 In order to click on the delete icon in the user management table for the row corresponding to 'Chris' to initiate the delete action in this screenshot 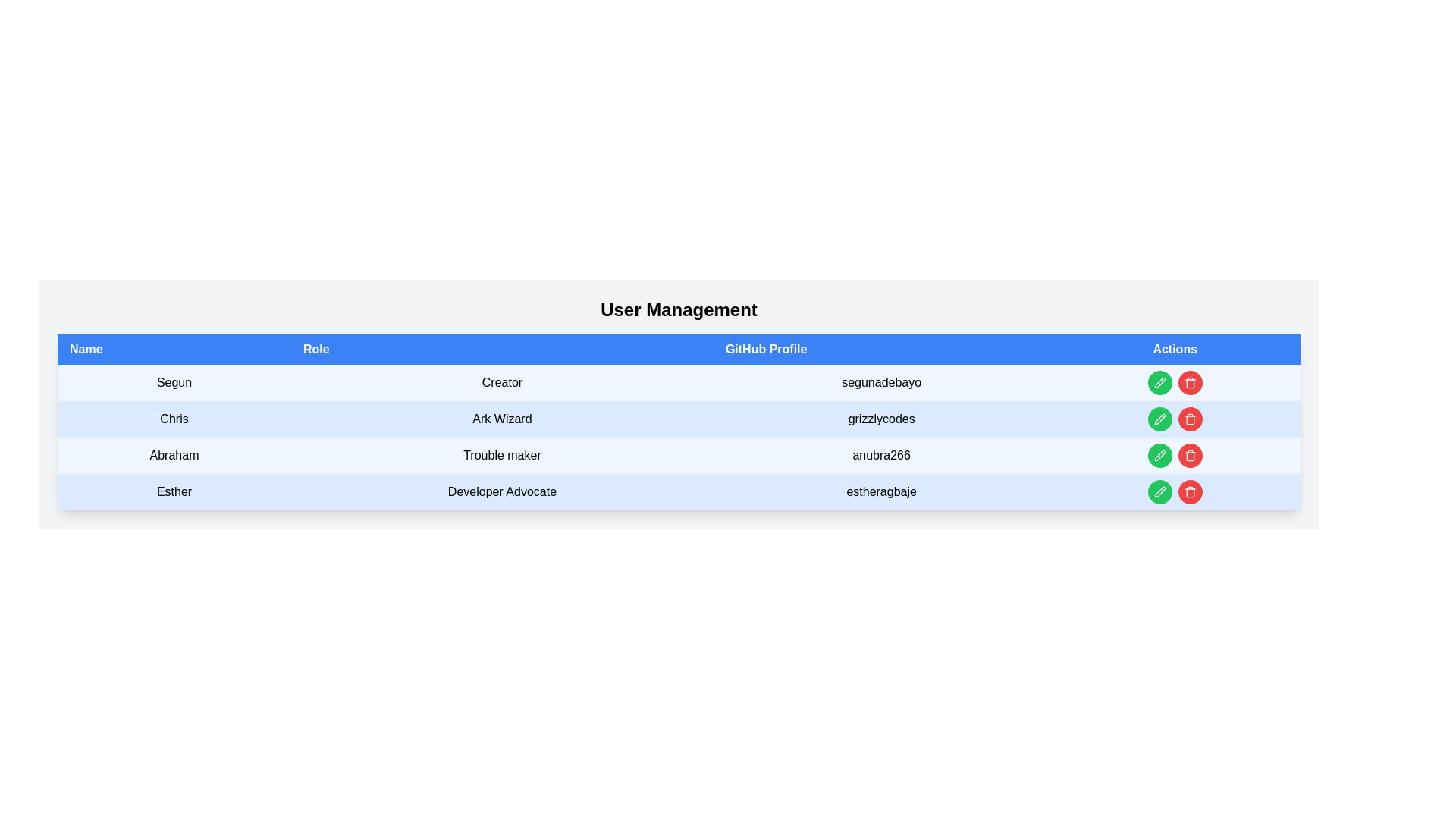, I will do `click(1189, 420)`.